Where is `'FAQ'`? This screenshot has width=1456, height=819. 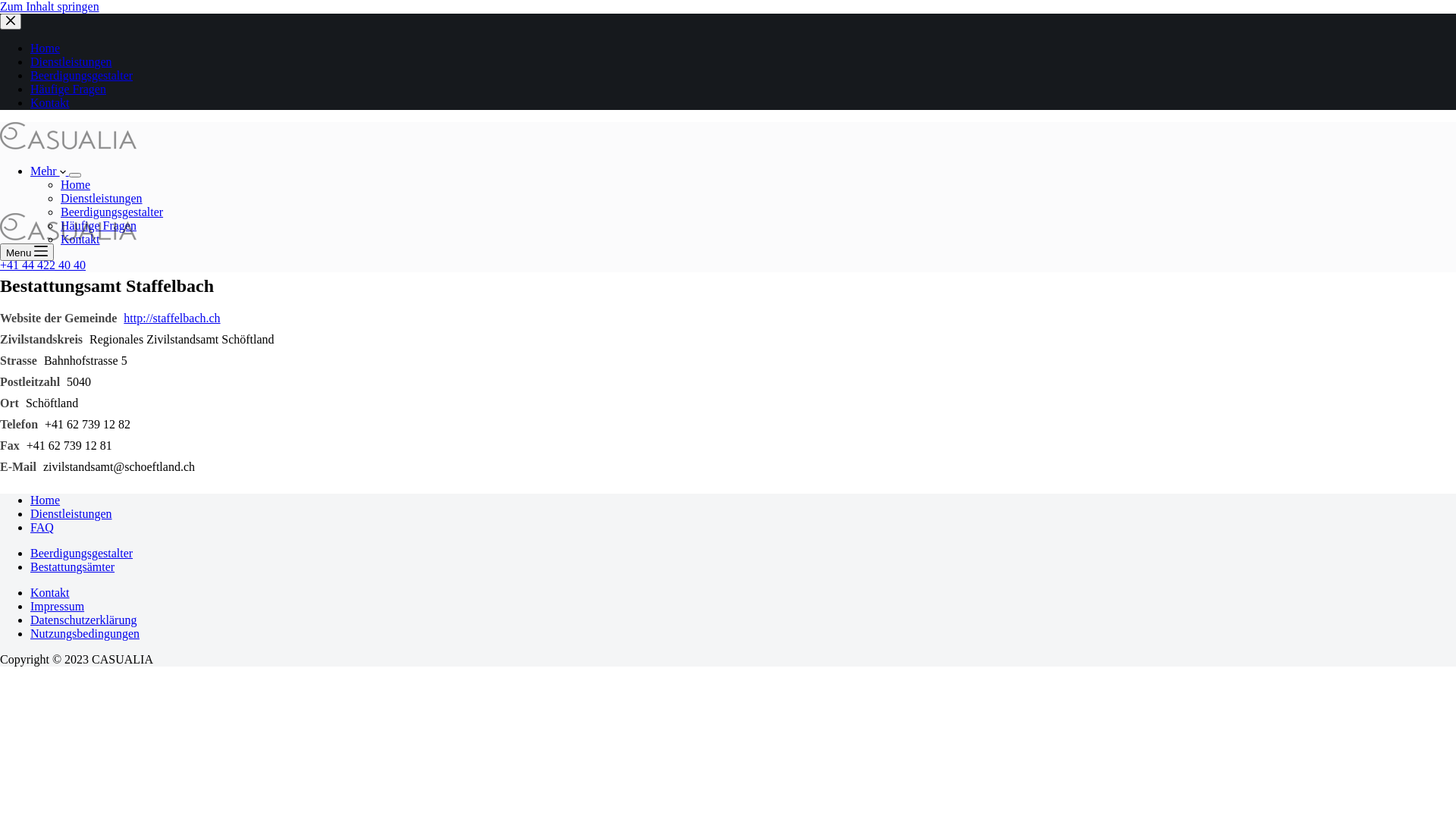
'FAQ' is located at coordinates (42, 526).